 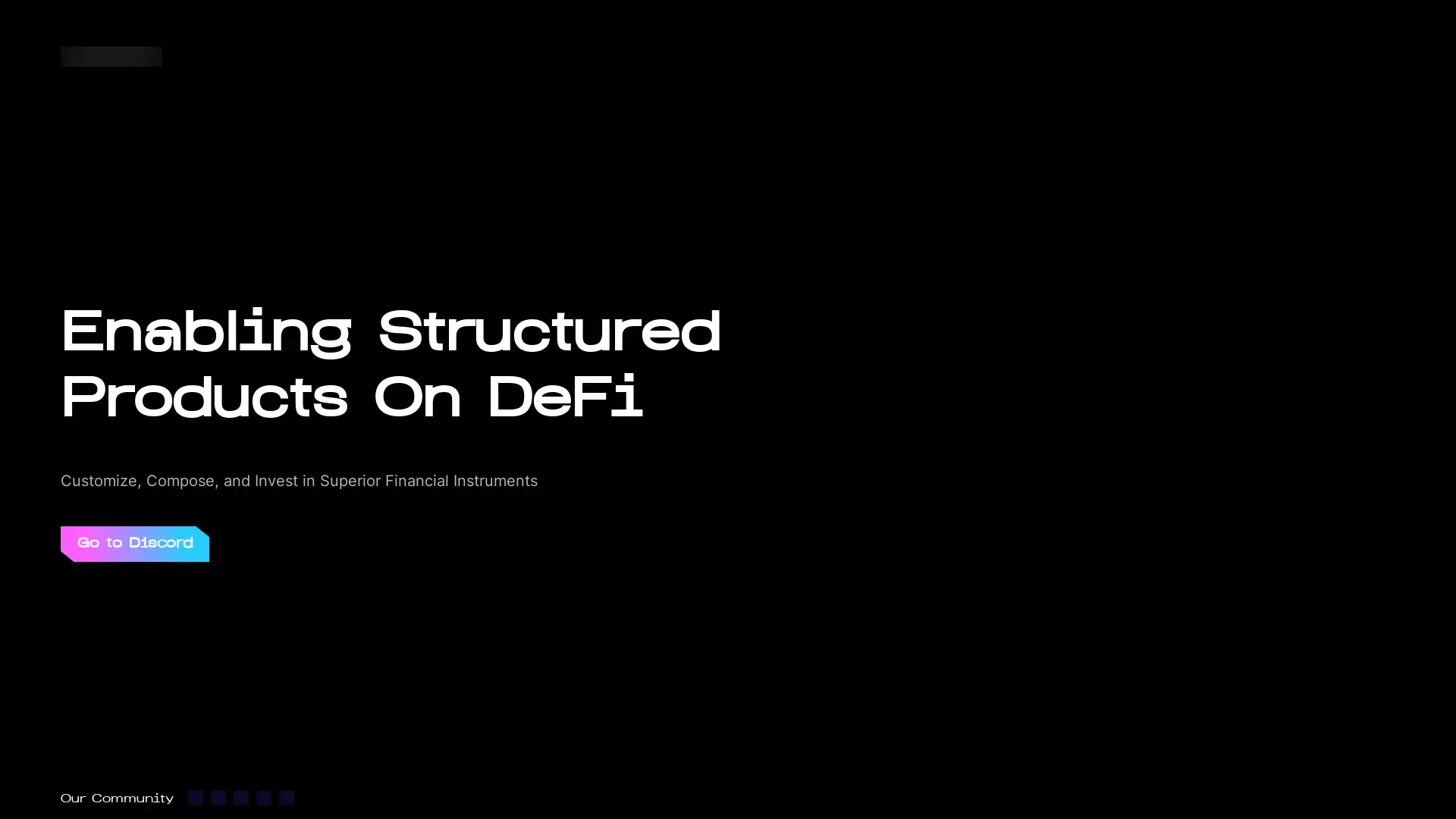 I want to click on Go to Discord, so click(x=134, y=542).